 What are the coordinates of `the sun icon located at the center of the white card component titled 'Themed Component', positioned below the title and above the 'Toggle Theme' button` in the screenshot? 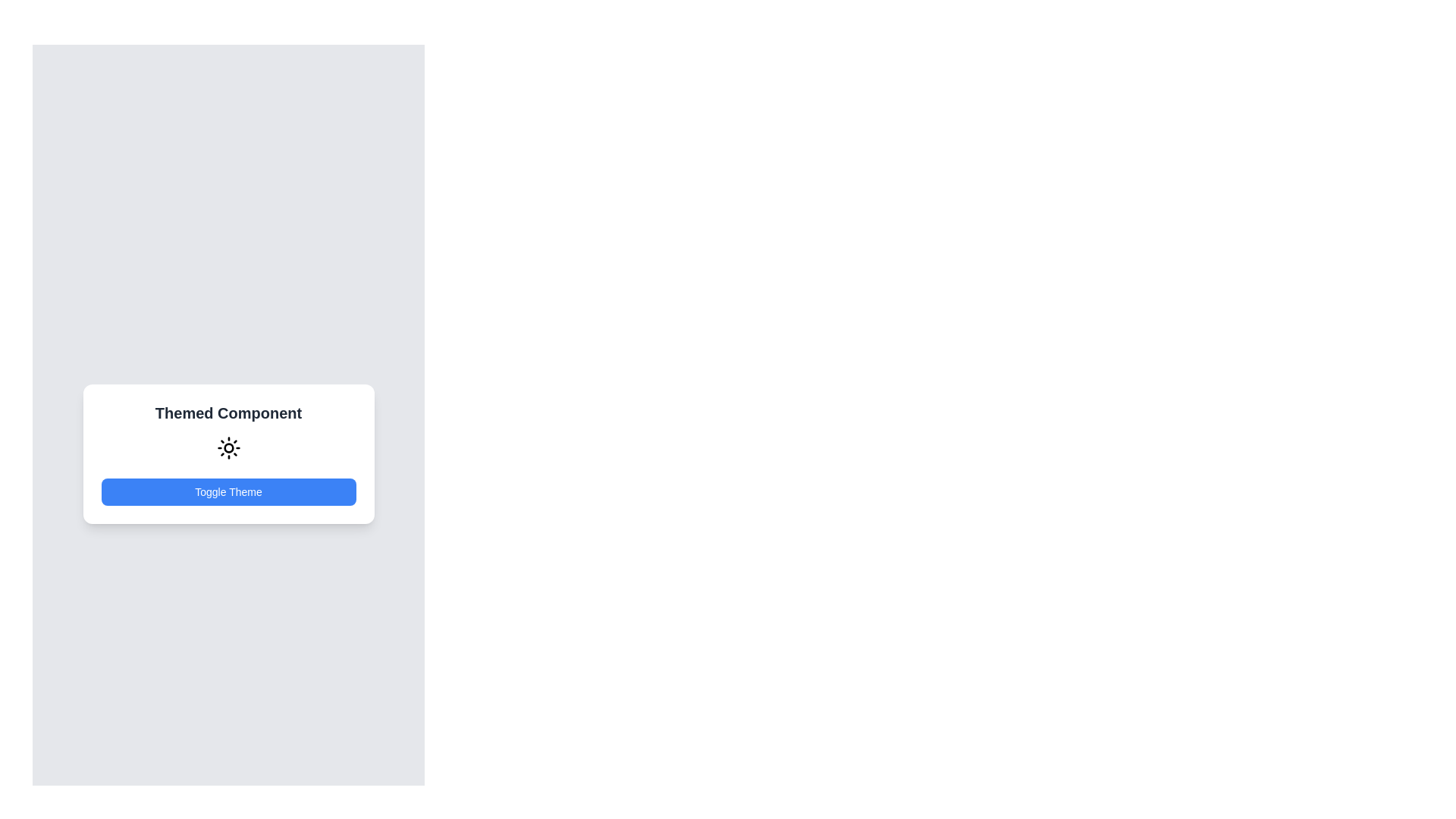 It's located at (227, 447).